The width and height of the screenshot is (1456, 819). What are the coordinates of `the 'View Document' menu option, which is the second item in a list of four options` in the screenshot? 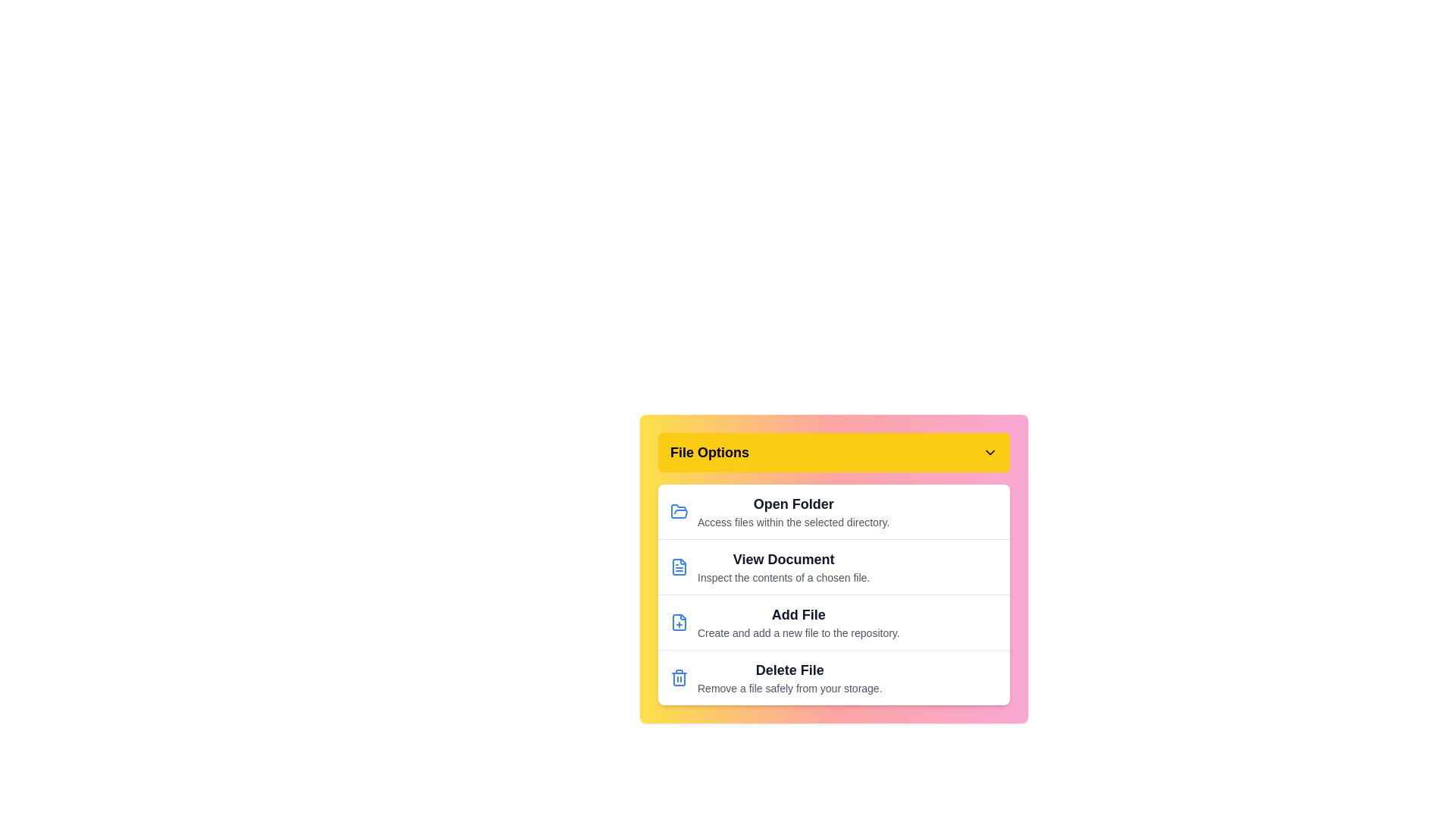 It's located at (833, 568).